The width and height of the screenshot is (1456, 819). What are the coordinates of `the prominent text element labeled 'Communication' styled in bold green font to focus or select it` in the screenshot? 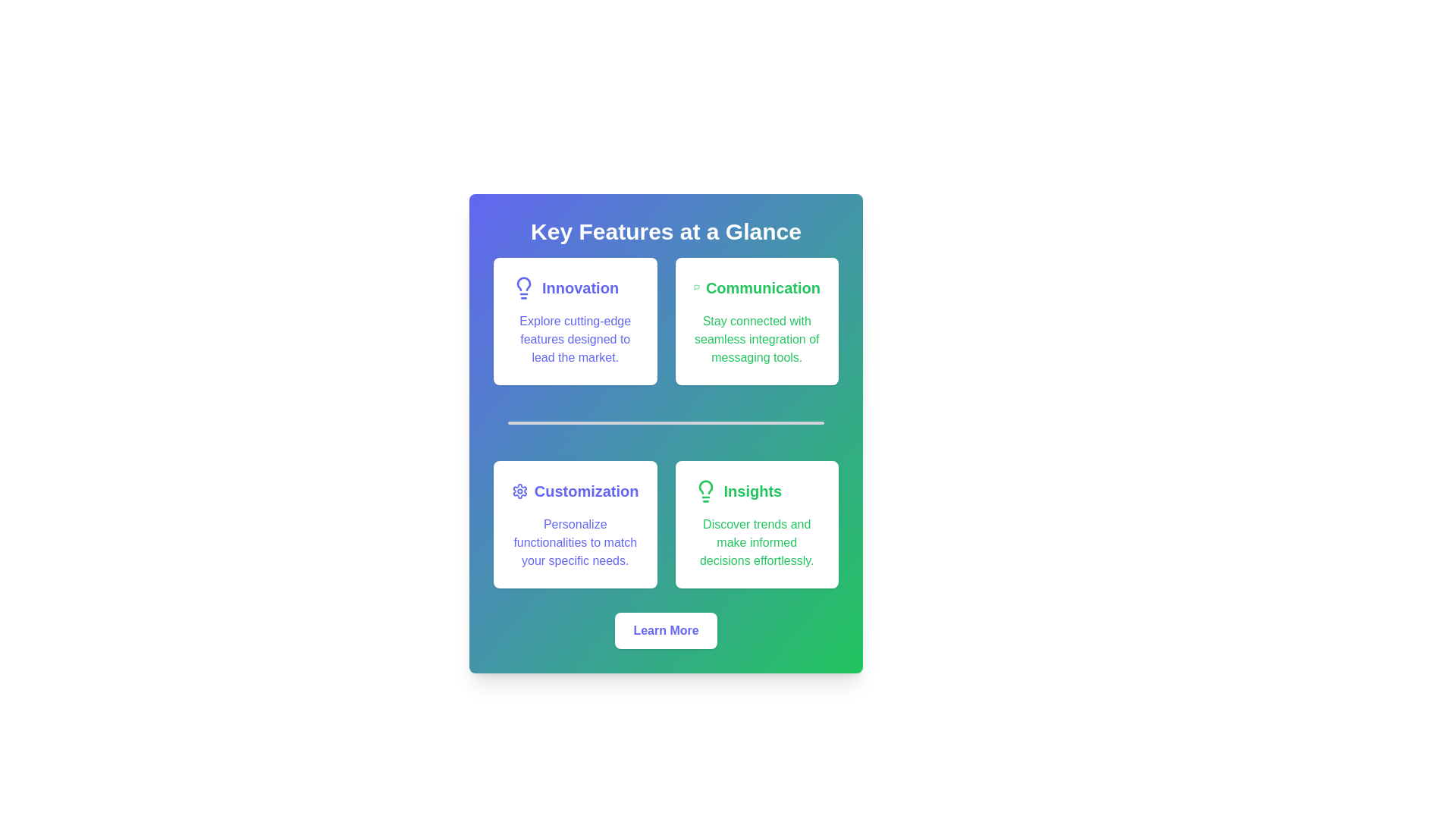 It's located at (757, 288).